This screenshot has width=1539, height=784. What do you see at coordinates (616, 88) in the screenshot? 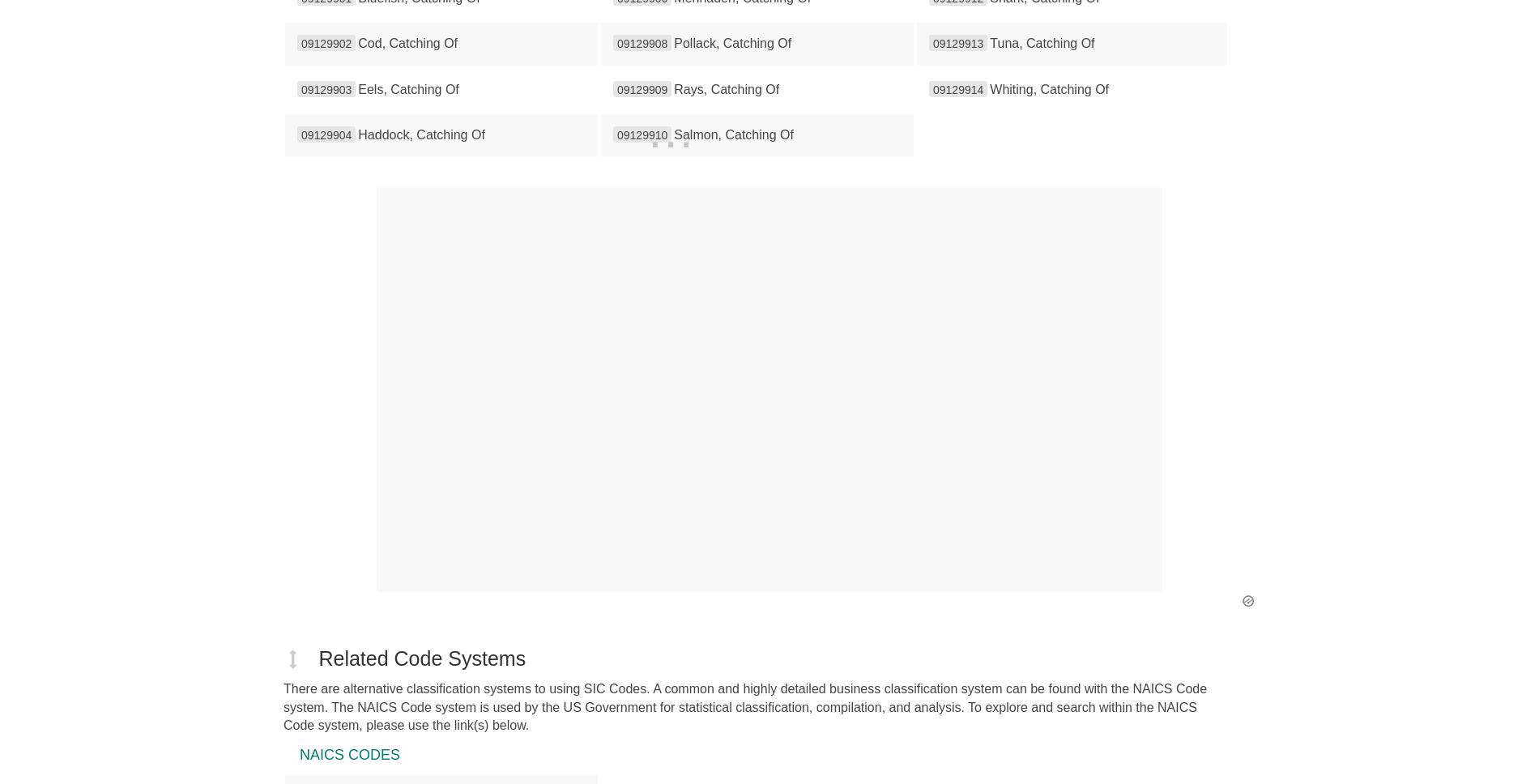
I see `'09129909'` at bounding box center [616, 88].